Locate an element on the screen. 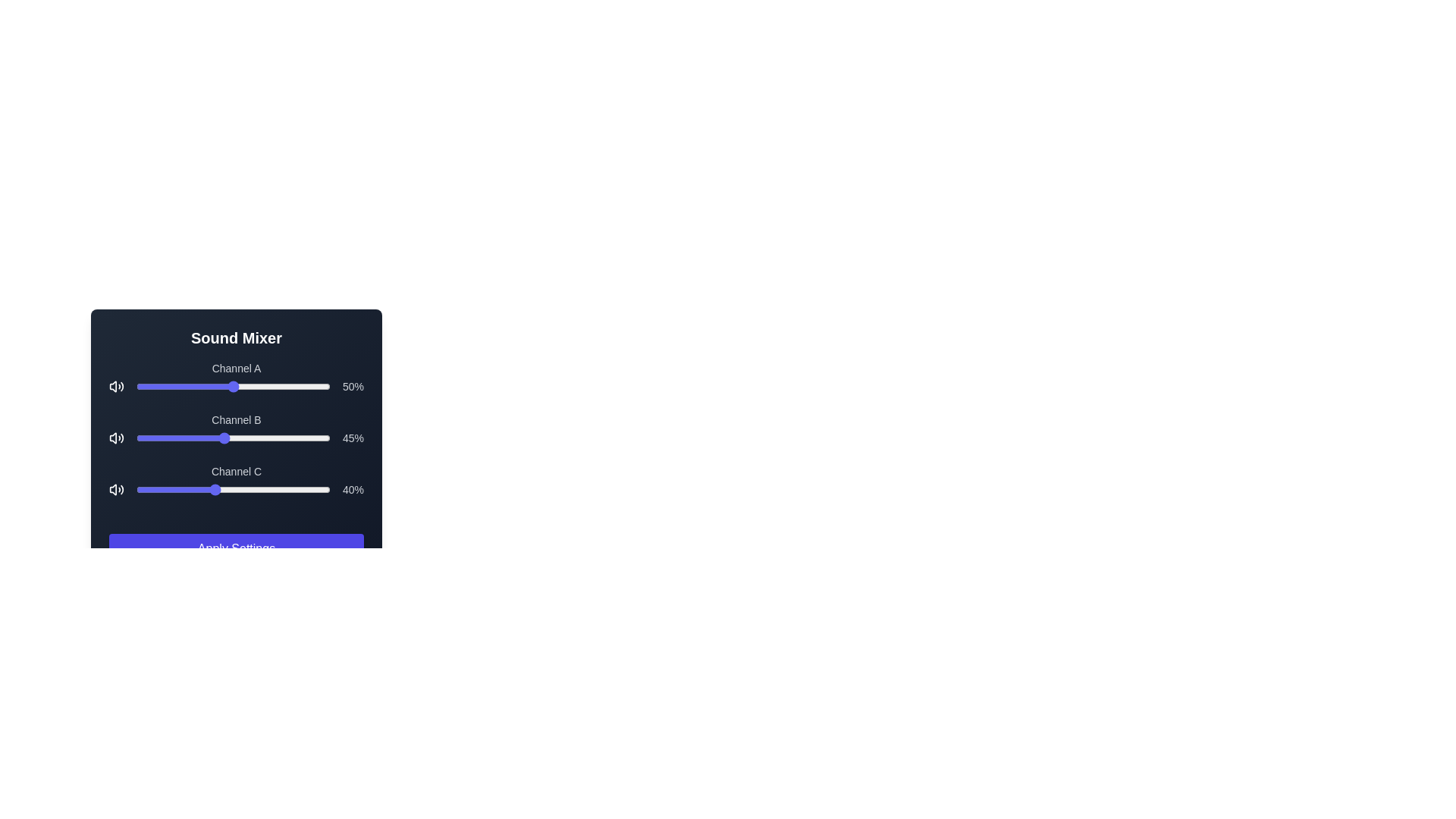 The height and width of the screenshot is (819, 1456). the slider is located at coordinates (256, 489).